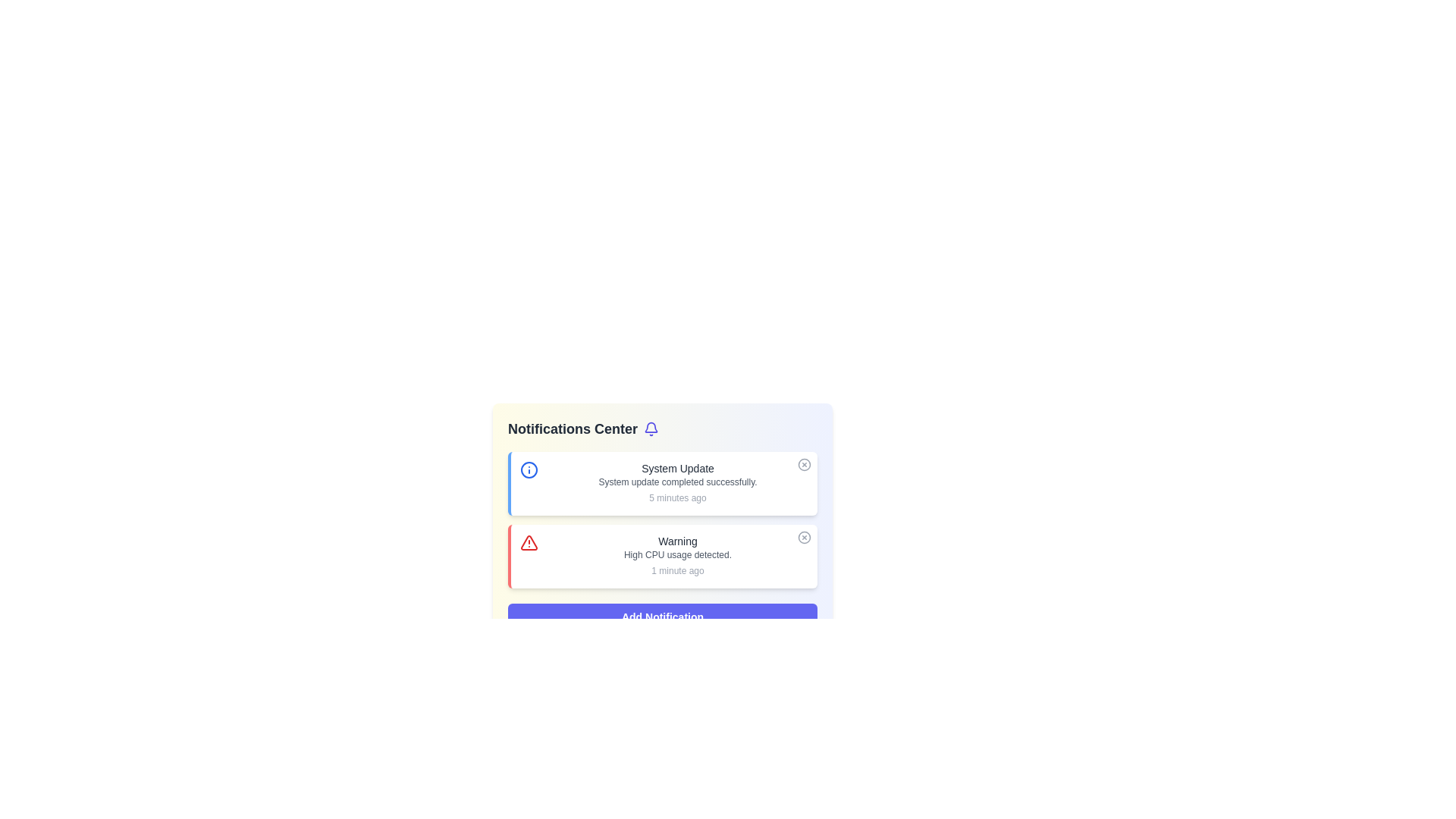  What do you see at coordinates (803, 464) in the screenshot?
I see `the small circular 'X' button located at the top-right corner of the 'System Update' notification card` at bounding box center [803, 464].